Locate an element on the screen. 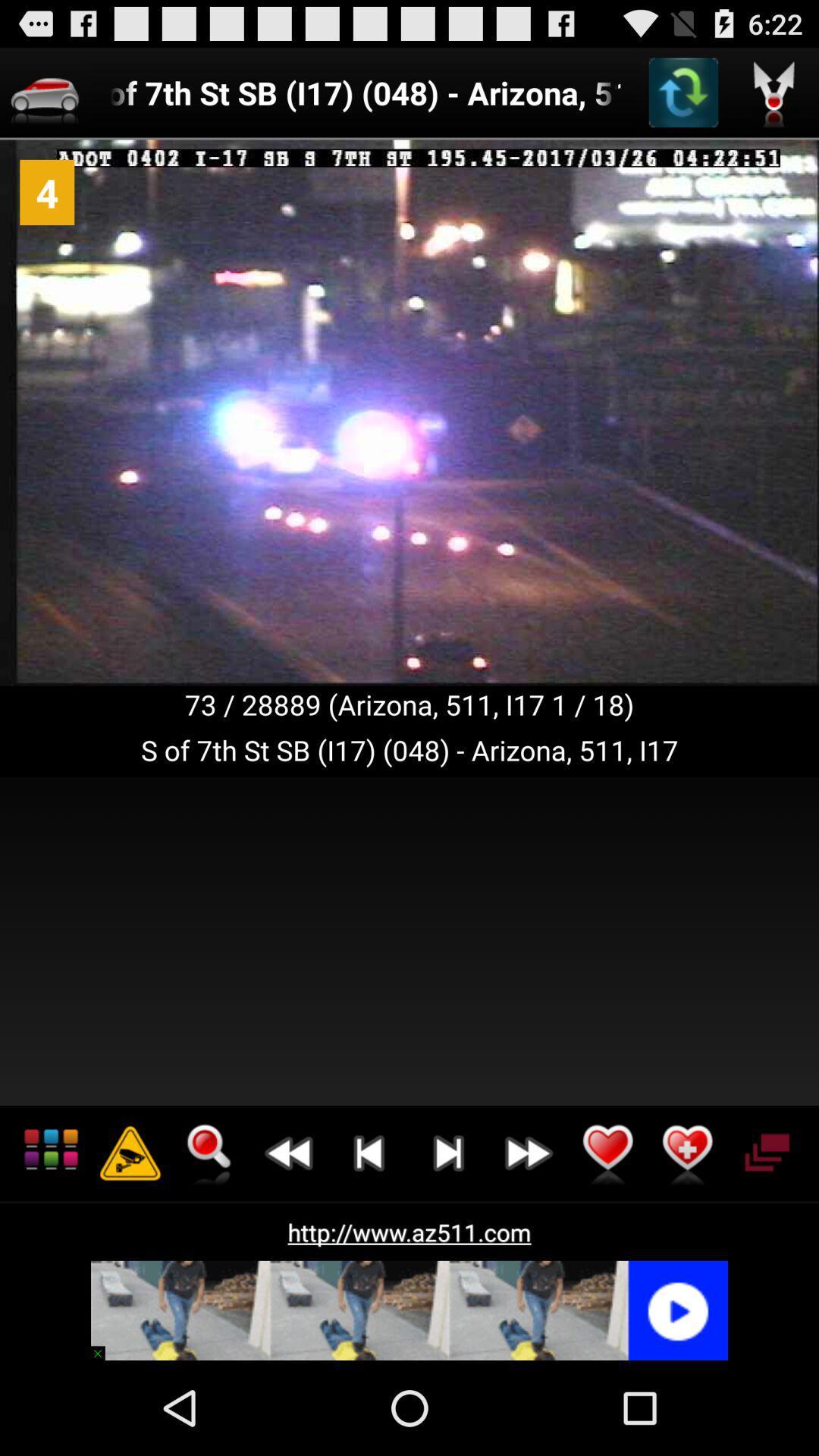 This screenshot has height=1456, width=819. refresh camera view is located at coordinates (683, 92).